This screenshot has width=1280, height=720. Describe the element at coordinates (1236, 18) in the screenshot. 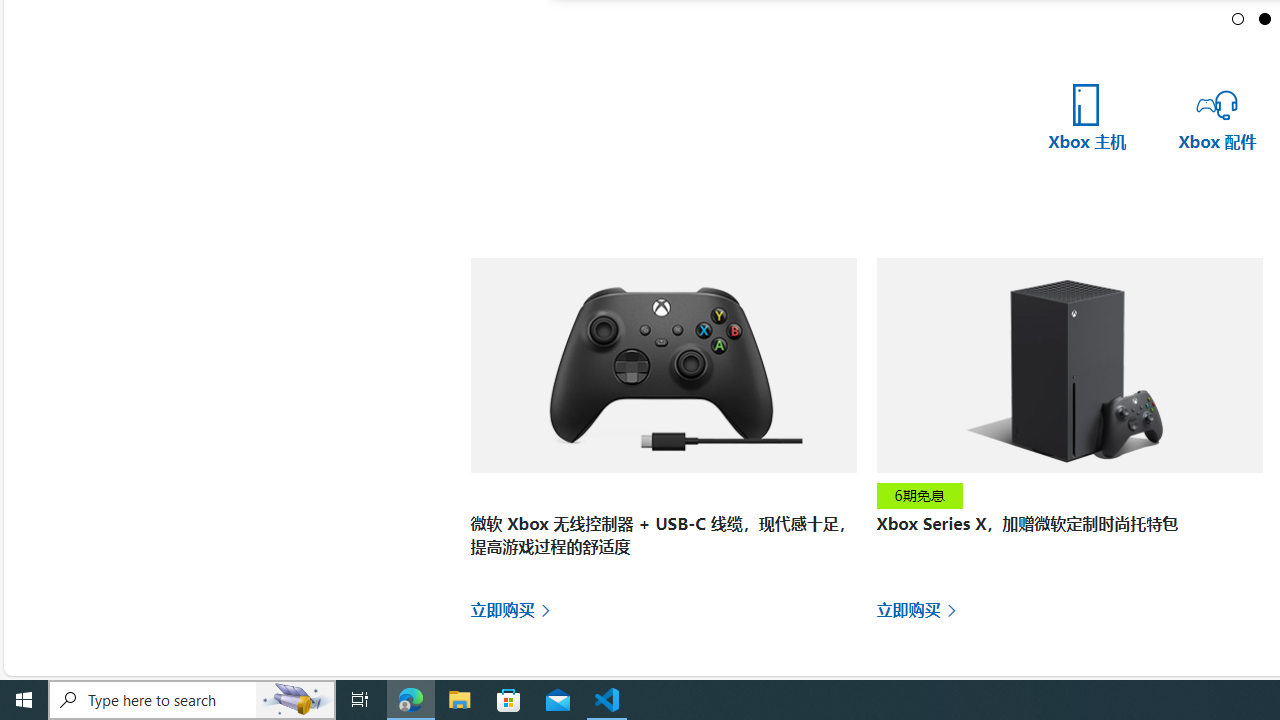

I see `'Go to slide 1'` at that location.